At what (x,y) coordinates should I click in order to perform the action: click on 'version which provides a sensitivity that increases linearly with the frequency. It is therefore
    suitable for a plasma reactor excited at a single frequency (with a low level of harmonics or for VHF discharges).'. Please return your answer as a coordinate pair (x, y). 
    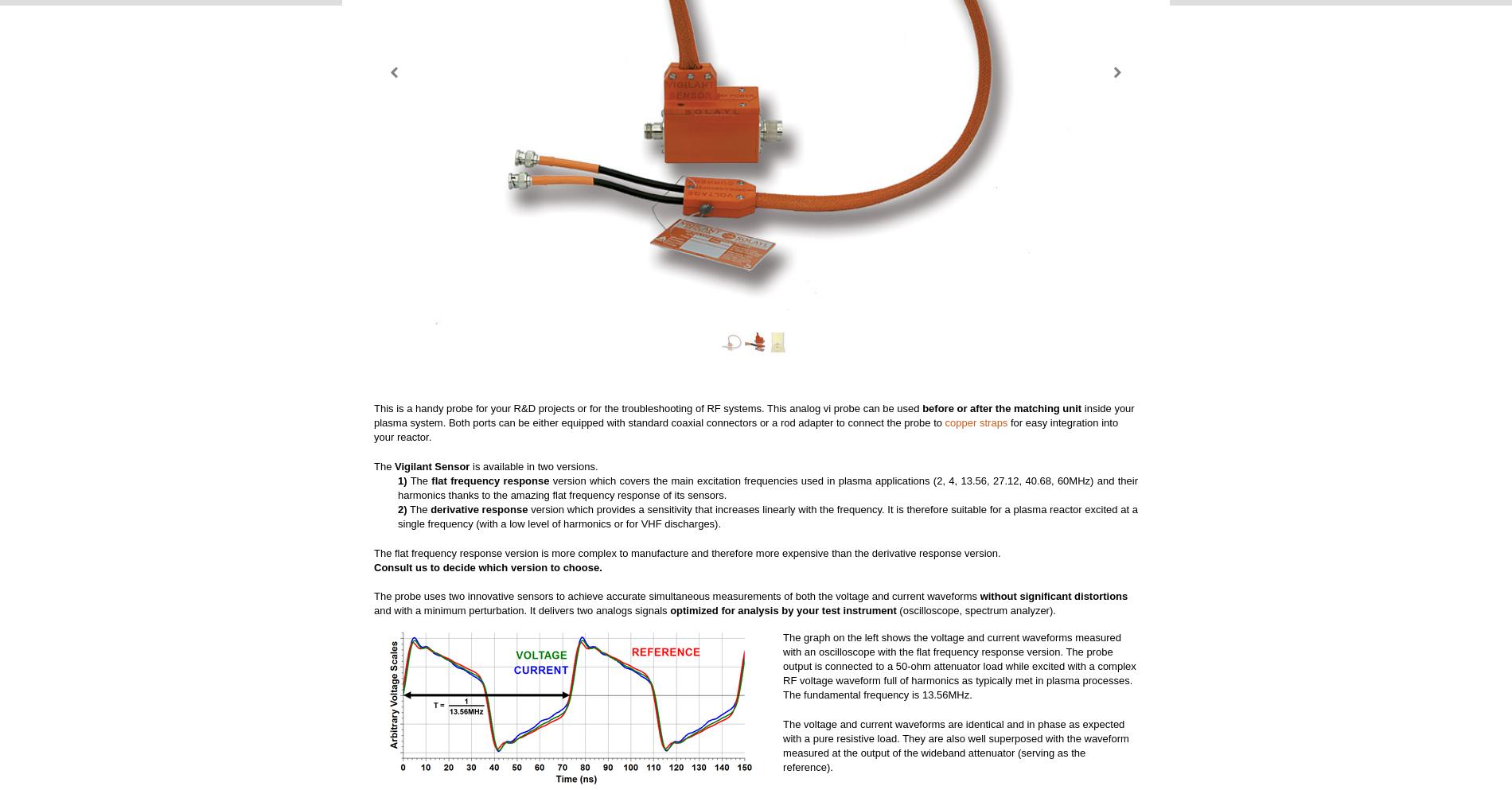
    Looking at the image, I should click on (398, 516).